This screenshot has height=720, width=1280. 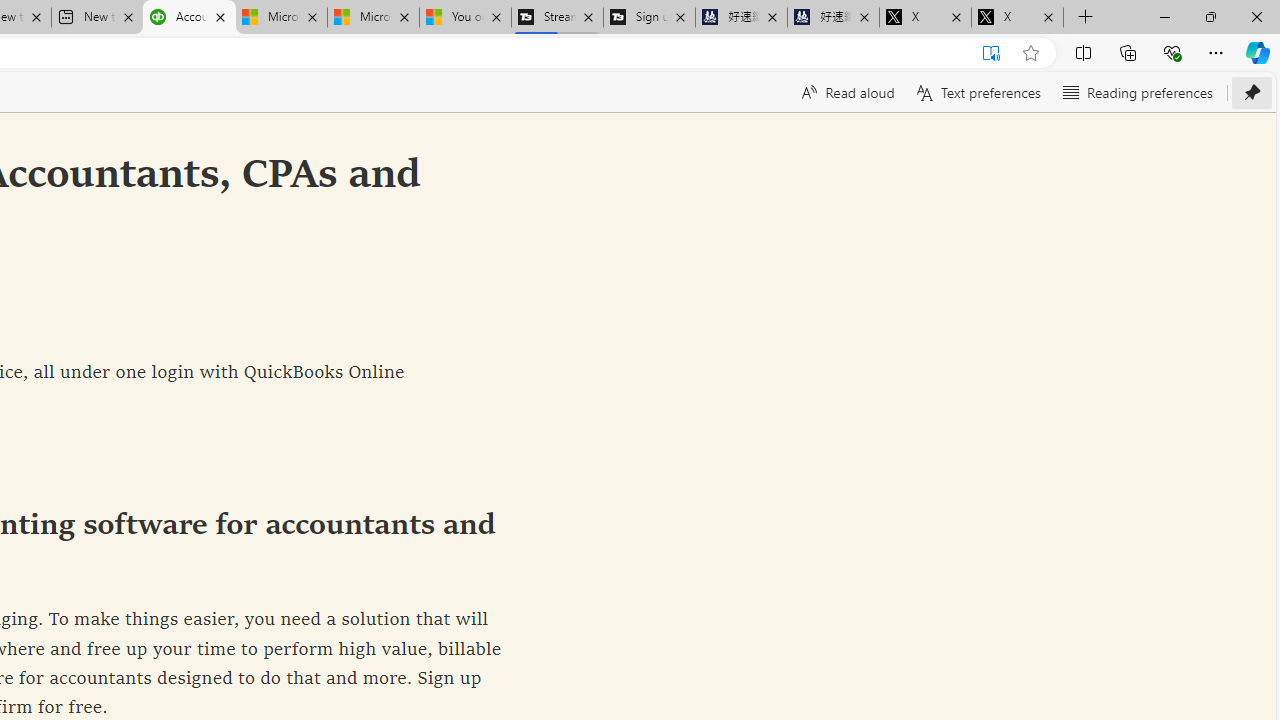 I want to click on 'Text preferences', so click(x=977, y=92).